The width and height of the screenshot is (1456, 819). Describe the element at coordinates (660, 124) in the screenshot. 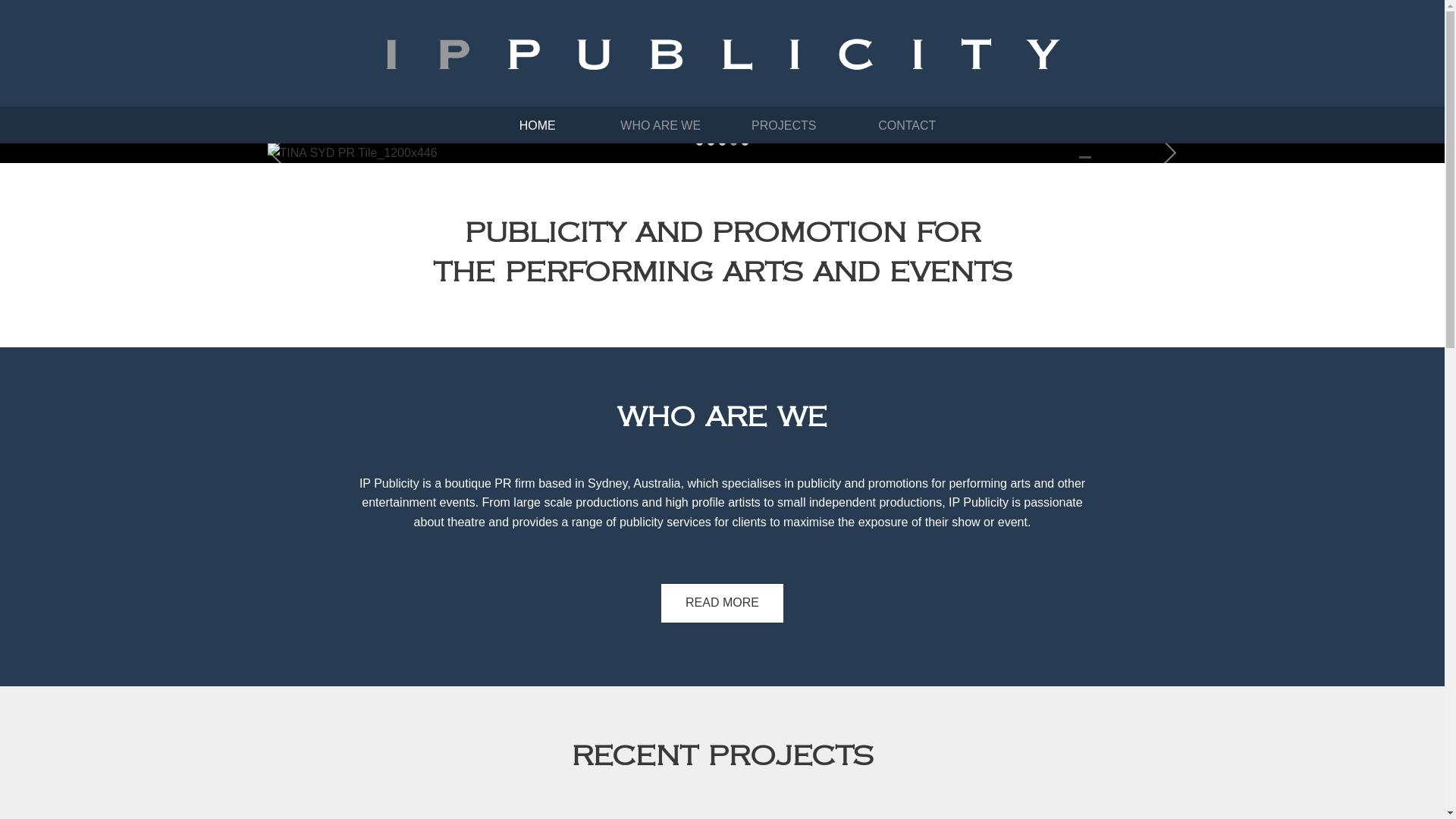

I see `'WHO ARE WE'` at that location.